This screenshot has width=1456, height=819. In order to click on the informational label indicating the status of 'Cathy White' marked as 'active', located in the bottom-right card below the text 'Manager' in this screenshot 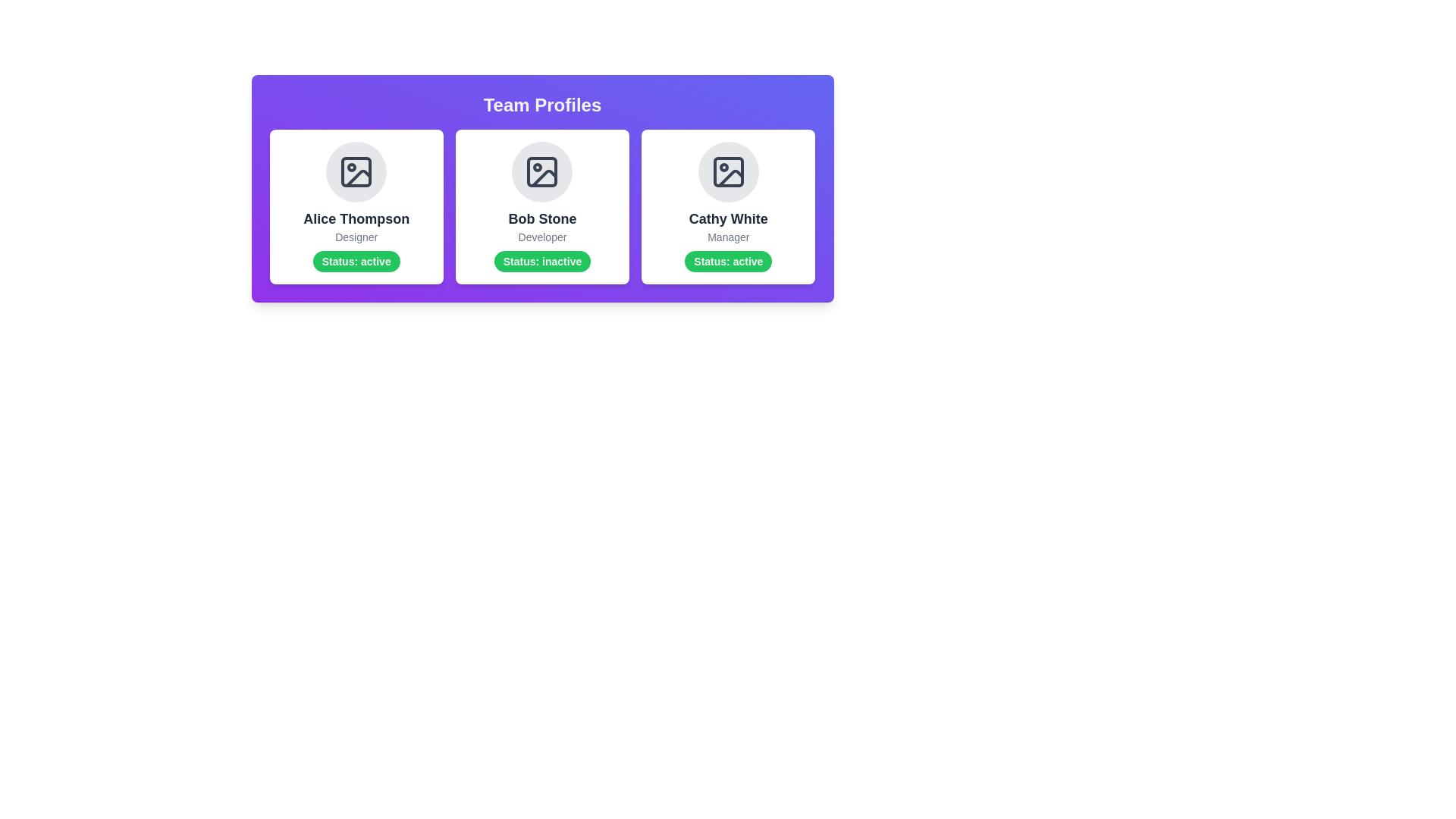, I will do `click(728, 260)`.